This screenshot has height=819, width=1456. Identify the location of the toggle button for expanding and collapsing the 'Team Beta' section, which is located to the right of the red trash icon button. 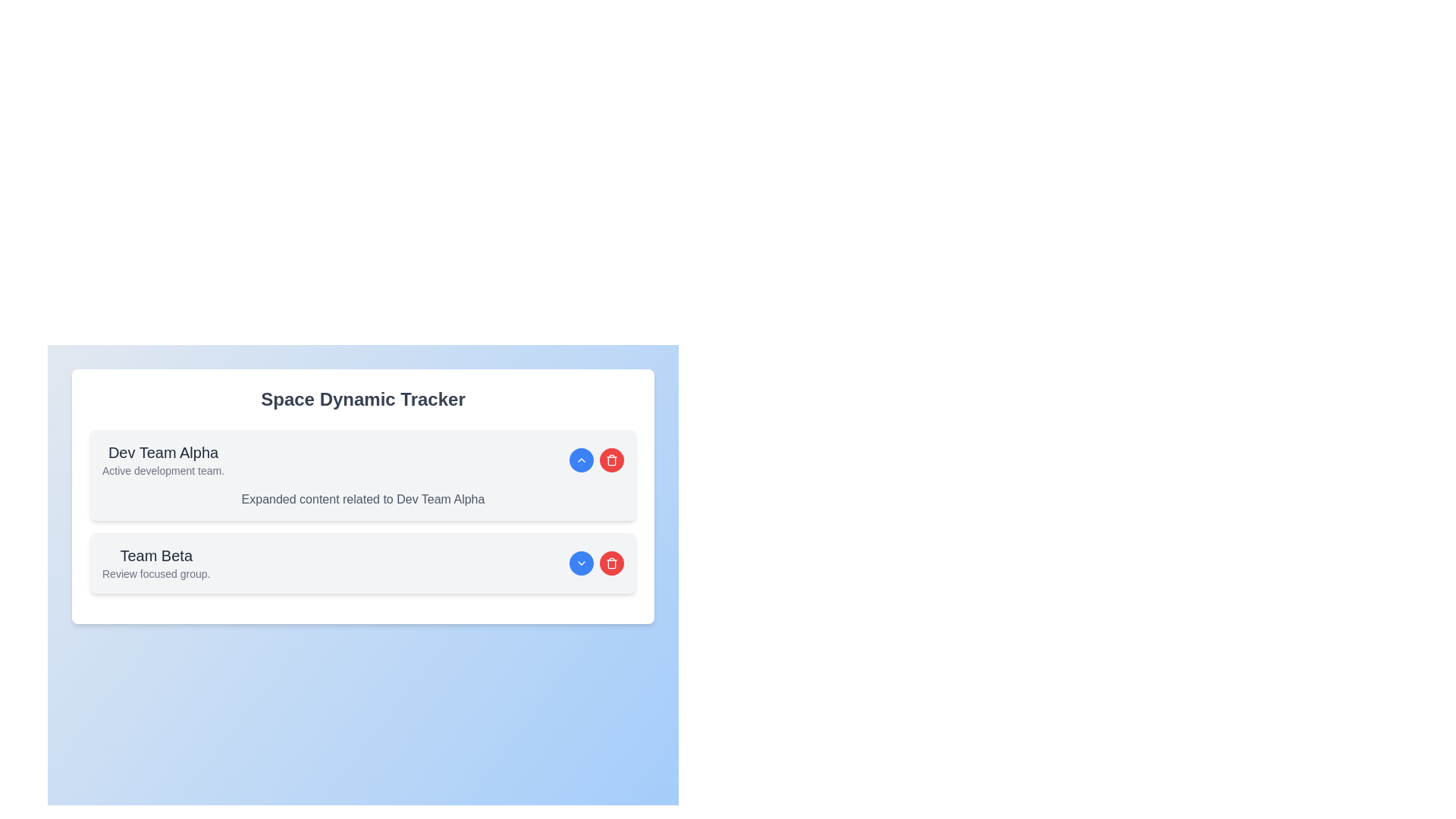
(581, 563).